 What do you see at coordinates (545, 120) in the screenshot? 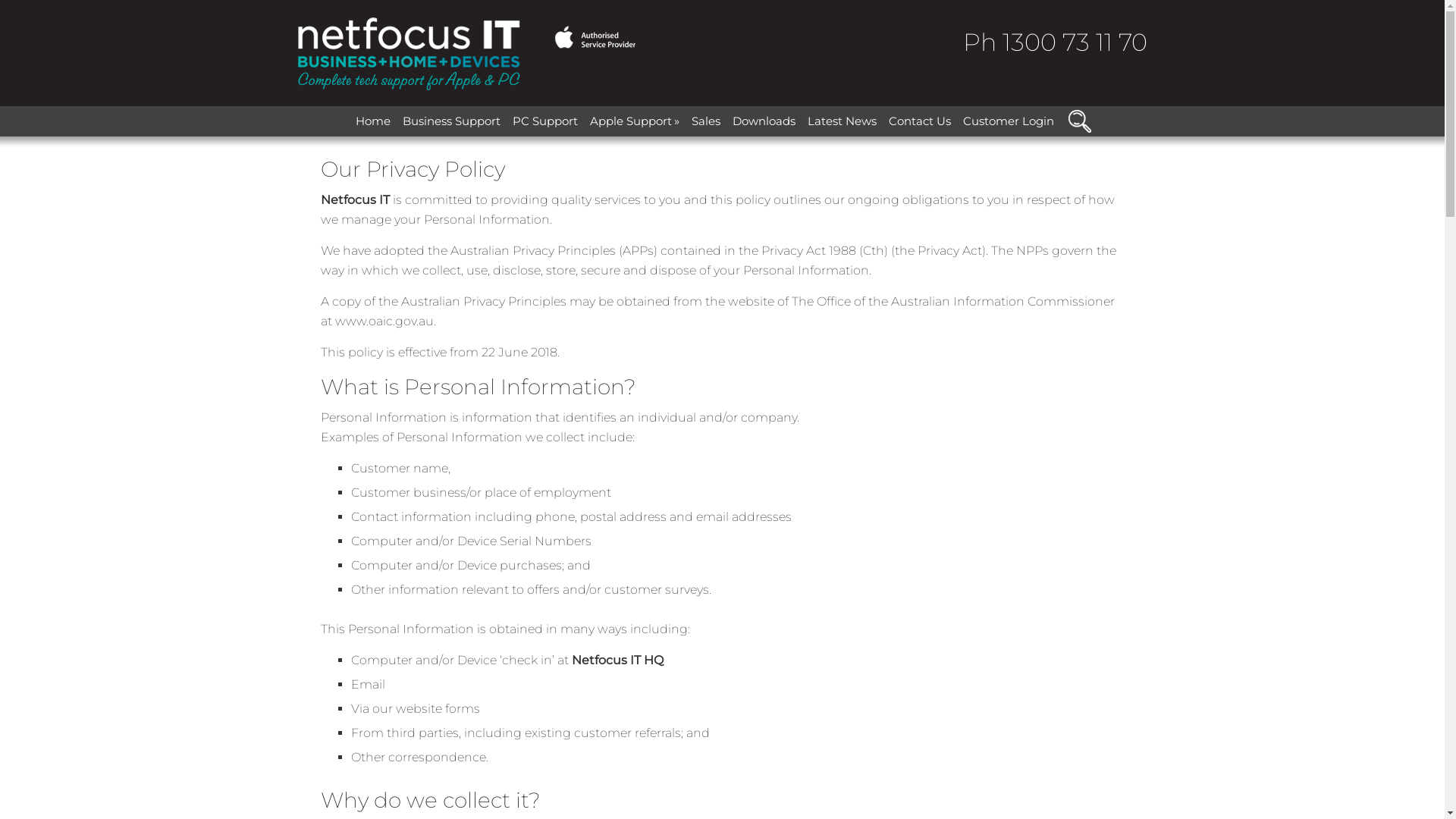
I see `'PC Support'` at bounding box center [545, 120].